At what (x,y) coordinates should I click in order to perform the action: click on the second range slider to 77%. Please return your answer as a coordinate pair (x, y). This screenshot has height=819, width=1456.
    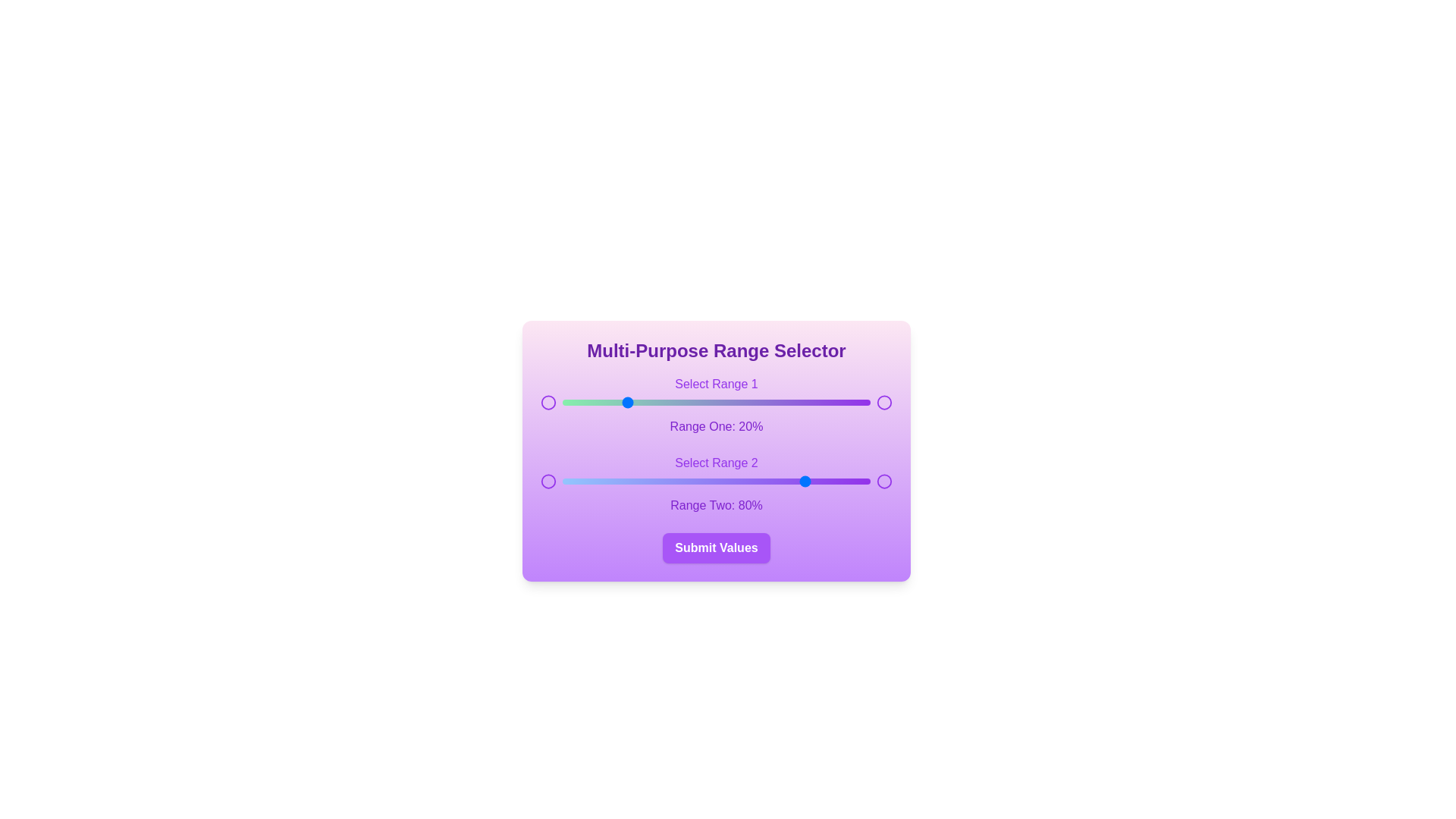
    Looking at the image, I should click on (799, 482).